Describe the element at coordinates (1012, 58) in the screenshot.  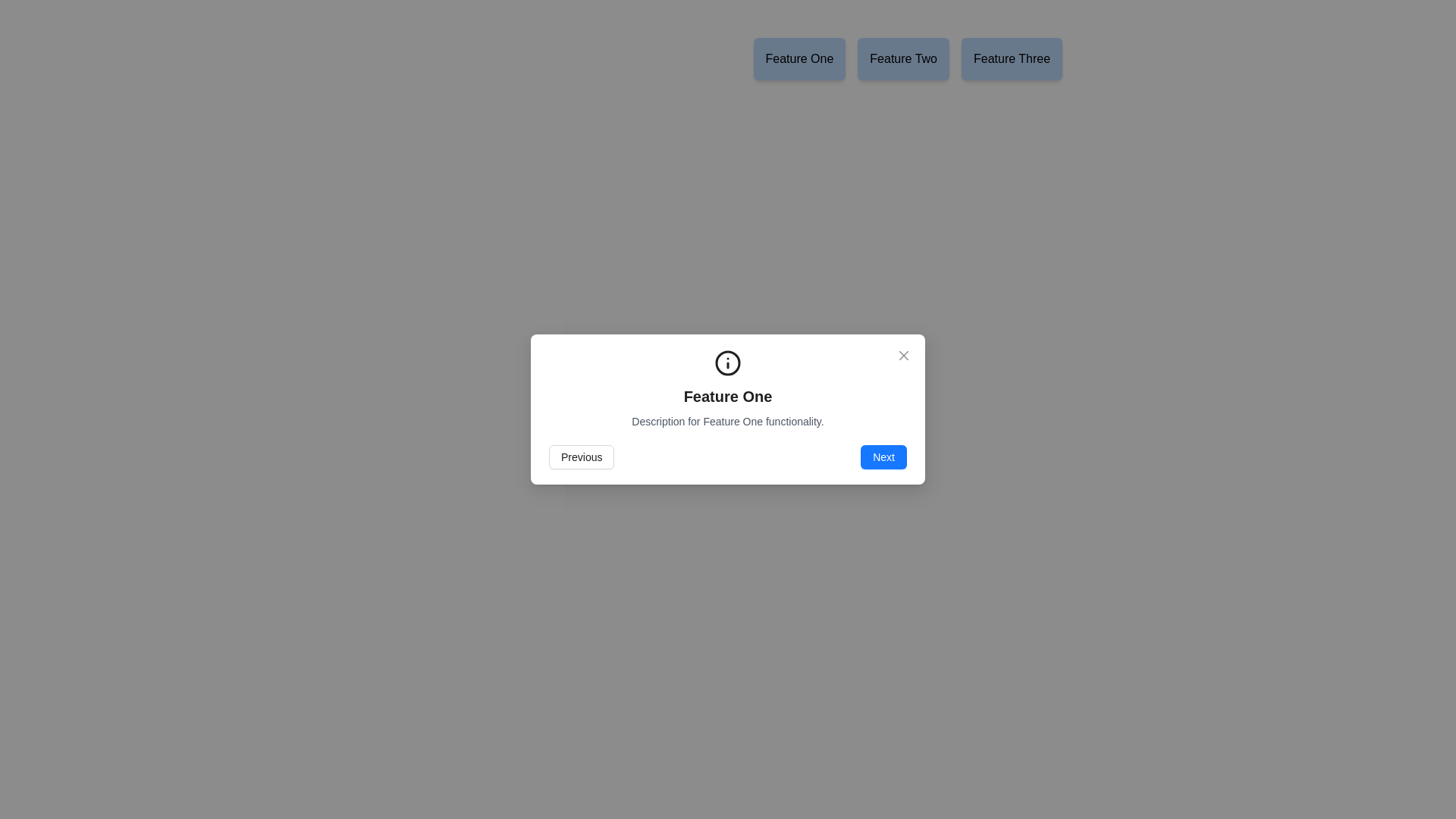
I see `the 'Feature Three' button, which is a light blue rectangular button with rounded corners and the text 'Feature Three' in bold black font` at that location.